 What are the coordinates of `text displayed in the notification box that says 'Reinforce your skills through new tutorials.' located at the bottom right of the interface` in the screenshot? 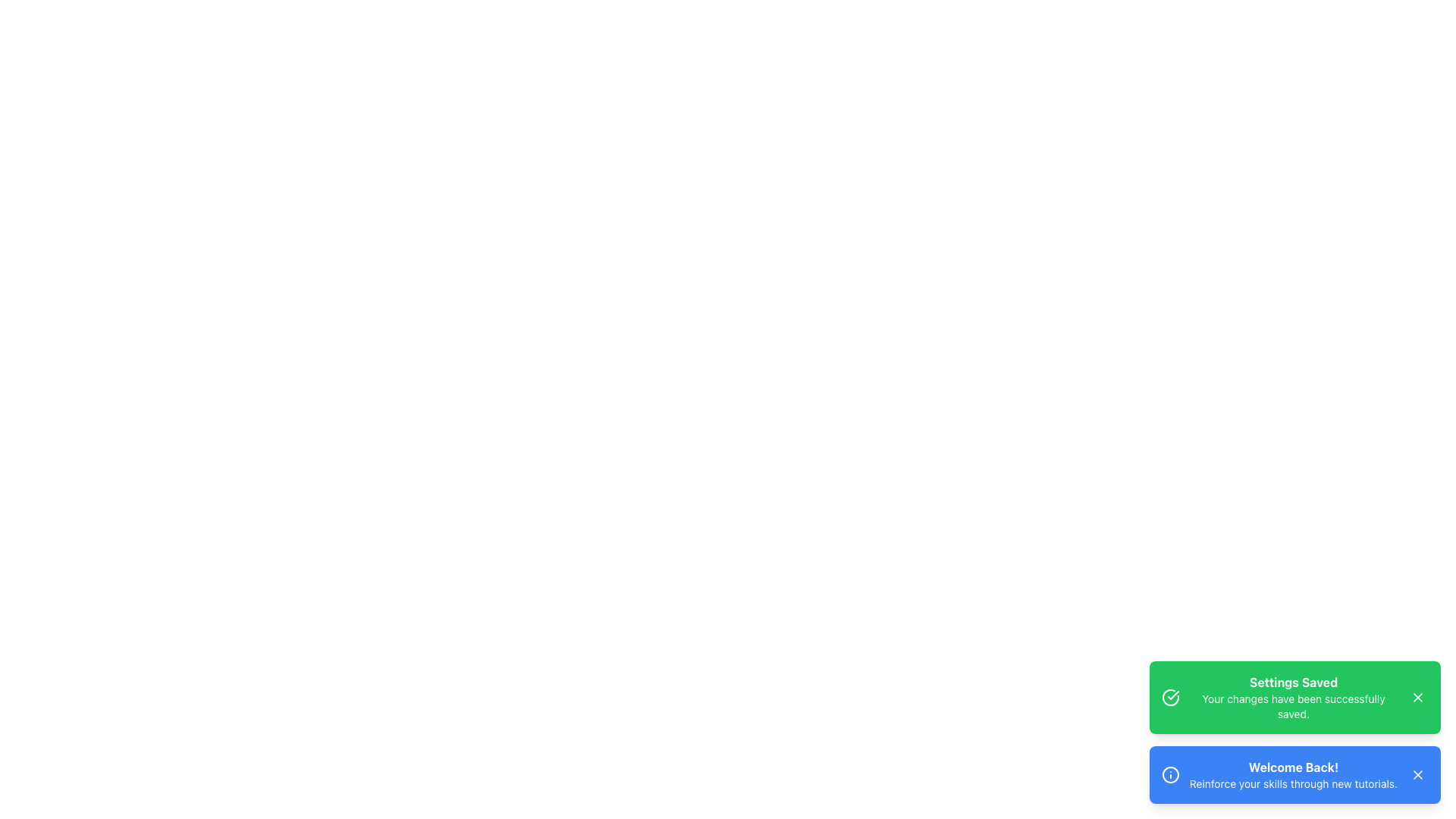 It's located at (1292, 783).